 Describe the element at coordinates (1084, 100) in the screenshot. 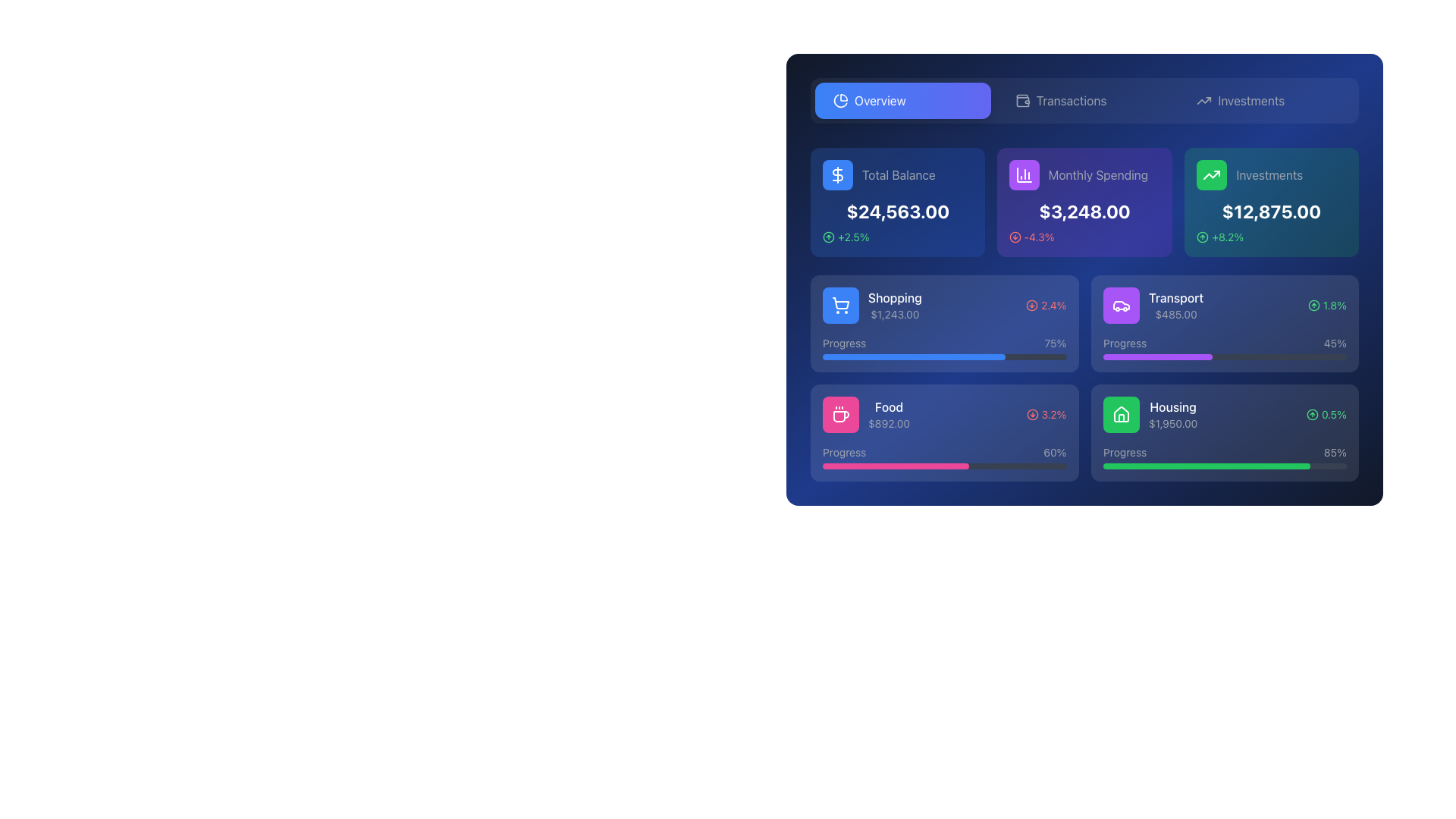

I see `the 'Transactions' button in the navigation bar for keyboard navigation` at that location.